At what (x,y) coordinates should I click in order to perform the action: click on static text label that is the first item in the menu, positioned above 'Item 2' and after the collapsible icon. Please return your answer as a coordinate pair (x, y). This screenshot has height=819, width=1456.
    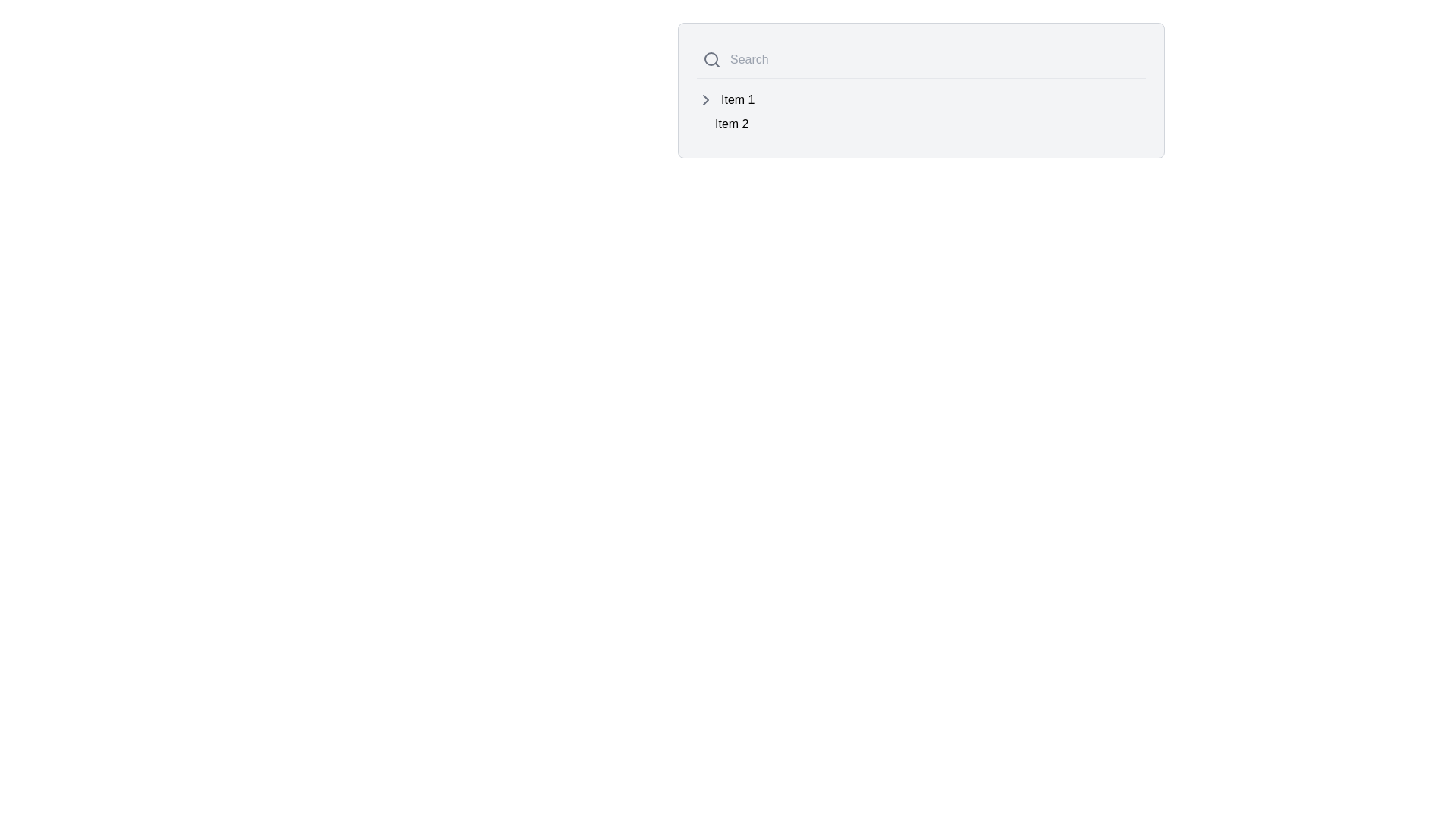
    Looking at the image, I should click on (738, 99).